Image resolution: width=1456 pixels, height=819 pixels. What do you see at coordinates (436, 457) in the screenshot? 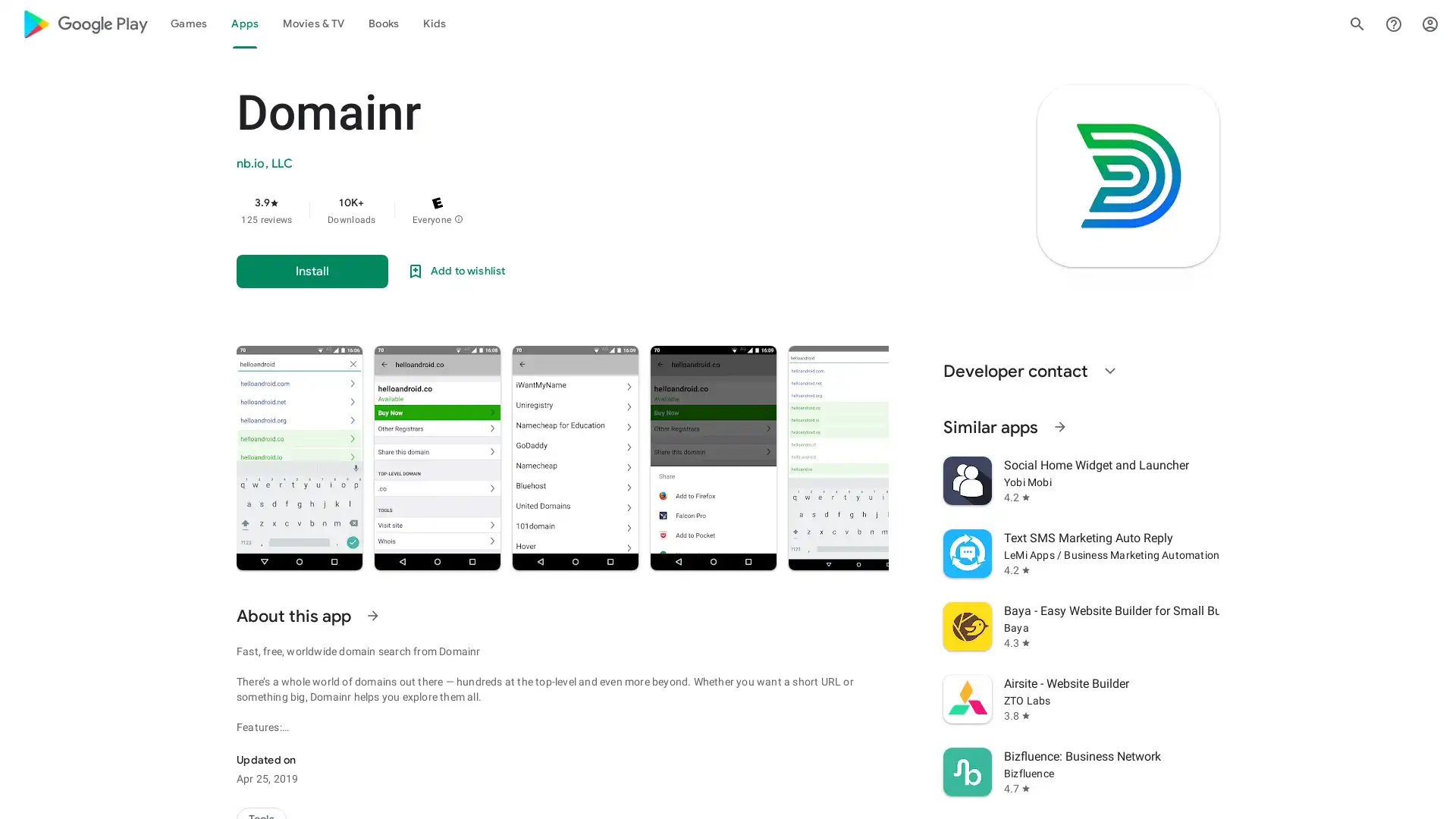
I see `Screenshot image` at bounding box center [436, 457].